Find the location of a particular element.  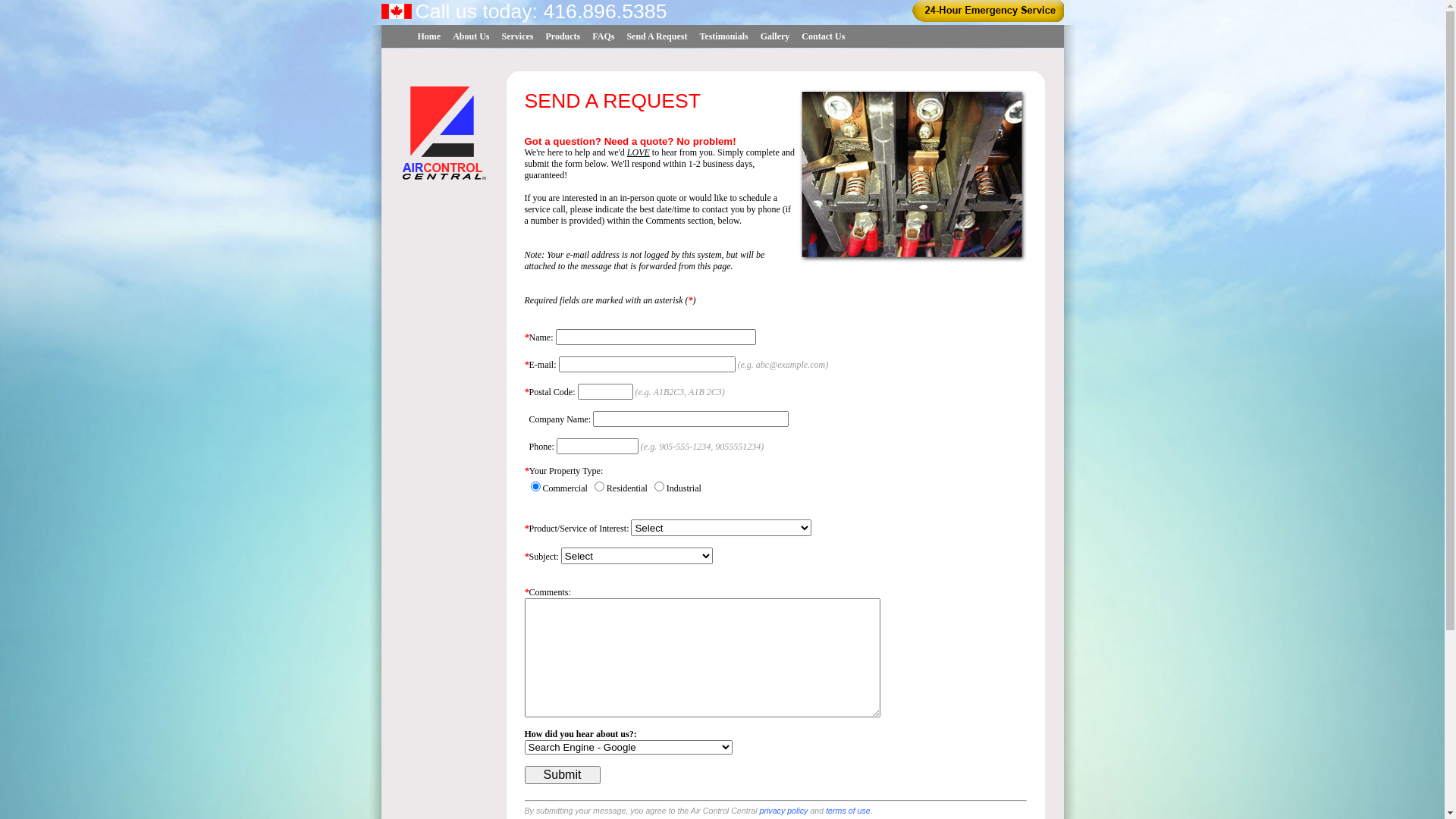

'Contact Us' is located at coordinates (795, 36).